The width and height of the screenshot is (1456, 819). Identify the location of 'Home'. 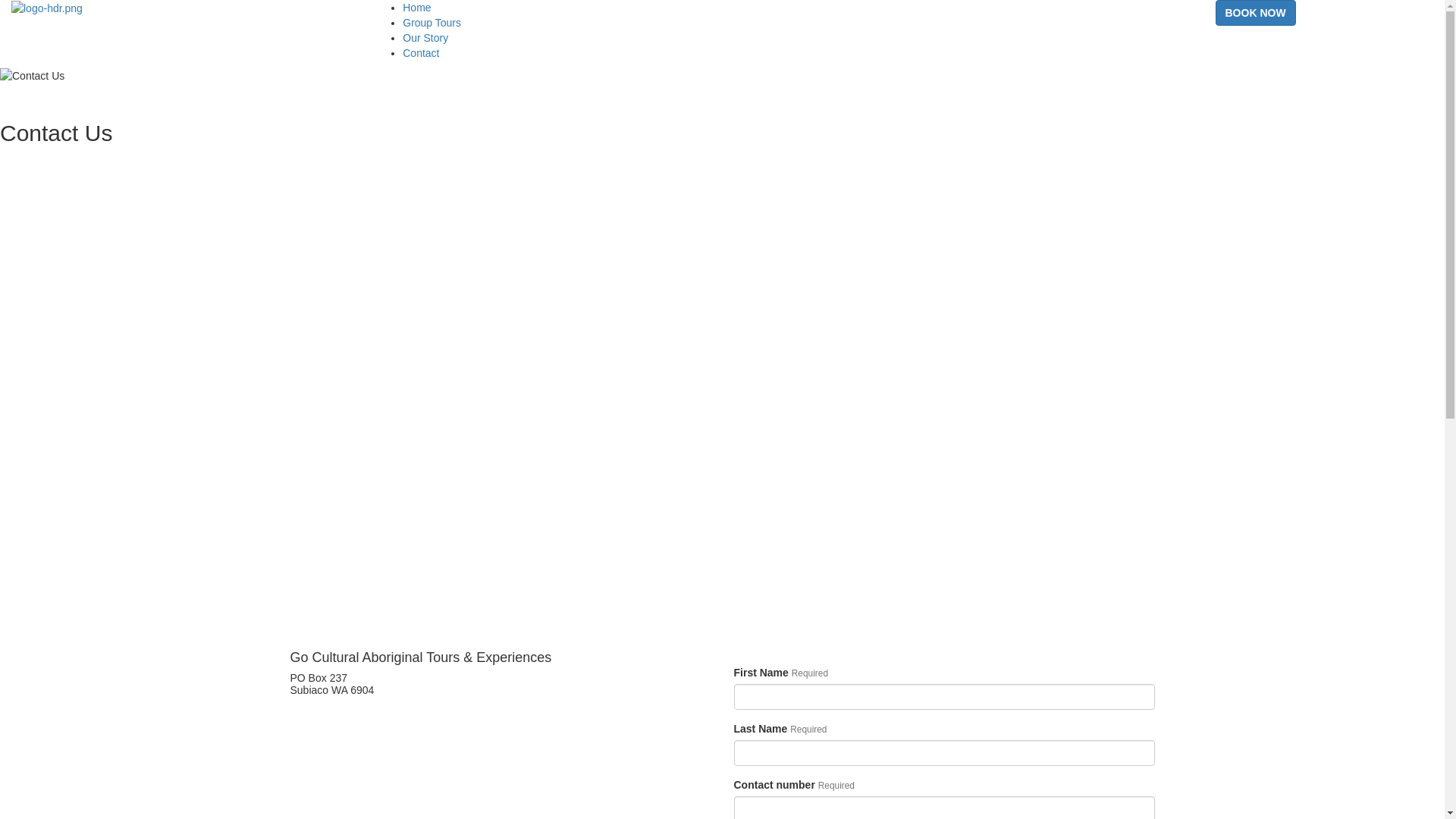
(416, 8).